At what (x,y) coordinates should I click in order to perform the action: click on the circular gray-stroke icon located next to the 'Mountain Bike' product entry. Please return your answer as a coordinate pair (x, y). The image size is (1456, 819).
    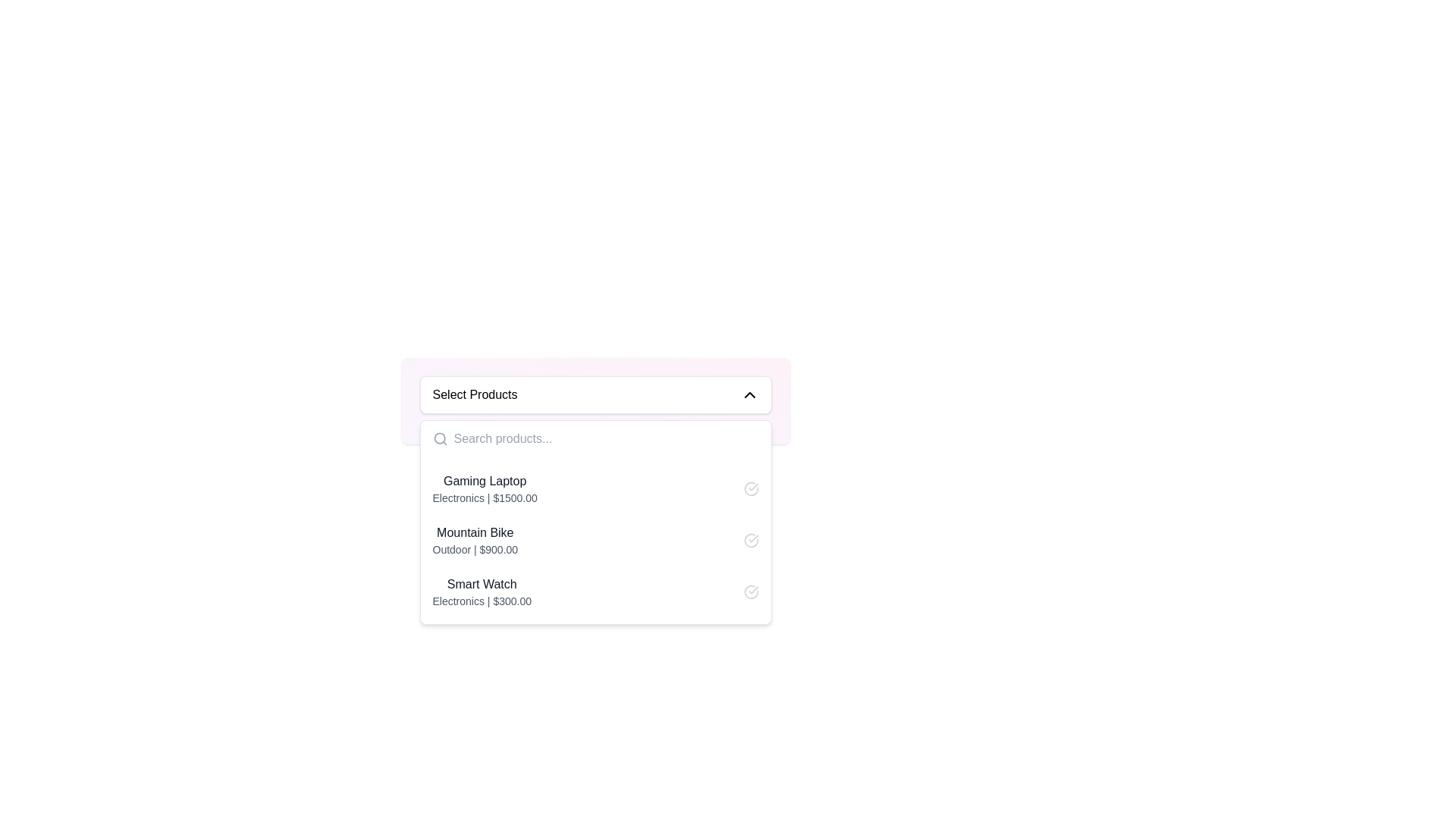
    Looking at the image, I should click on (751, 540).